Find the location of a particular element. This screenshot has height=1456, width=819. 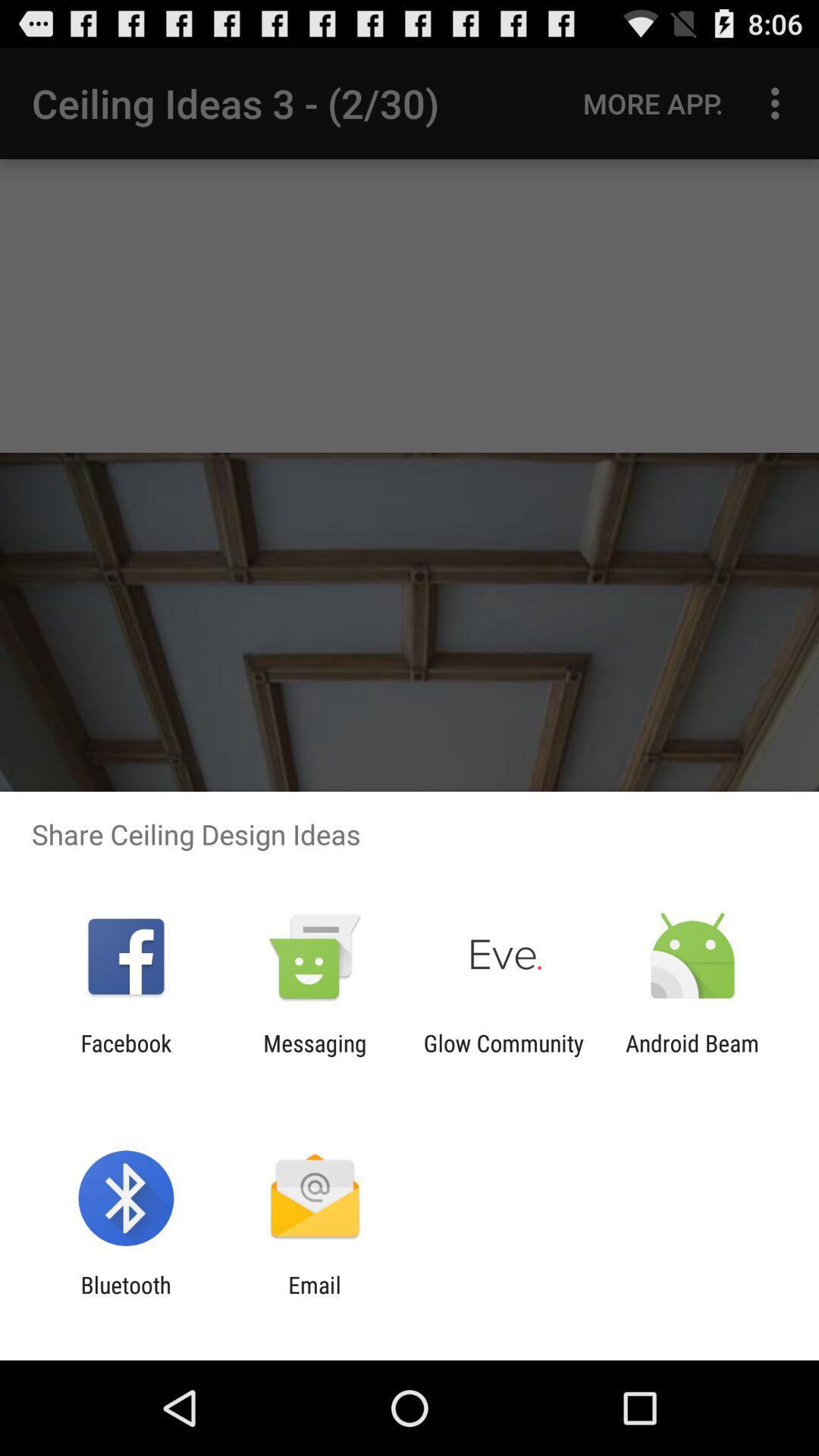

the bluetooth icon is located at coordinates (125, 1298).